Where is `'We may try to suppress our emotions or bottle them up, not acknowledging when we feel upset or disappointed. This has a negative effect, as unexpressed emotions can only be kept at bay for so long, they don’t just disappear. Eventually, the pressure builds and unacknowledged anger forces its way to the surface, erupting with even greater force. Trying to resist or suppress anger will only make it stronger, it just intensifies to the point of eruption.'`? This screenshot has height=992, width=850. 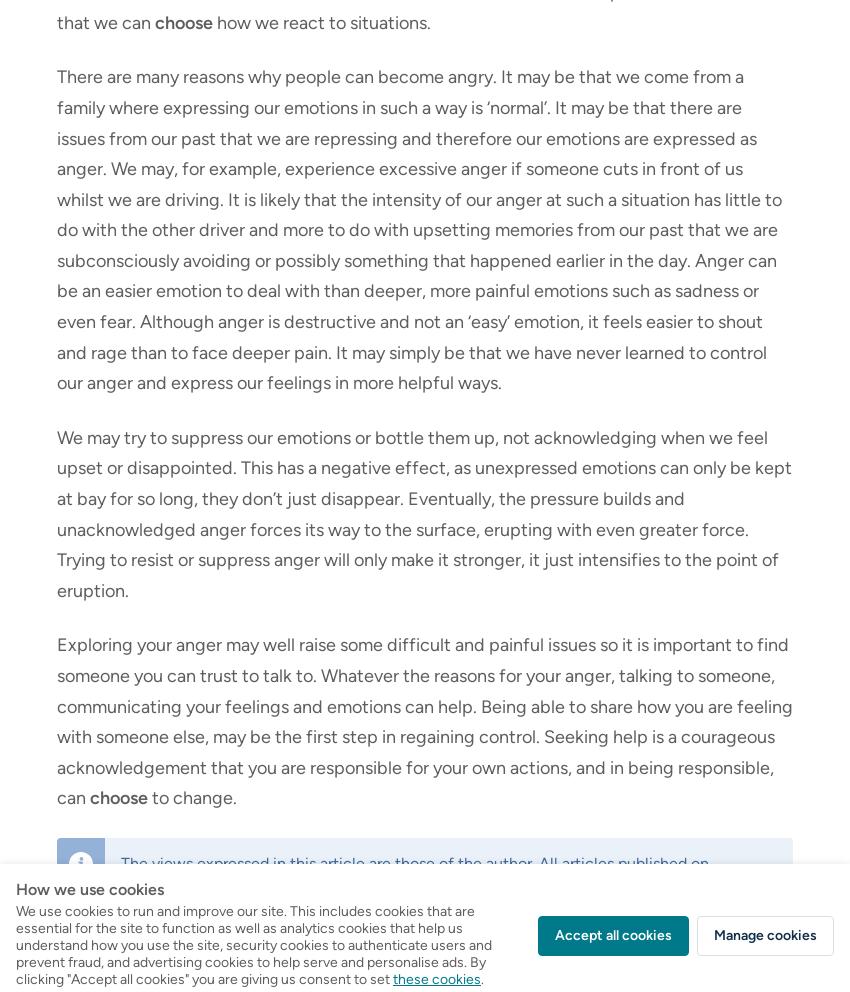 'We may try to suppress our emotions or bottle them up, not acknowledging when we feel upset or disappointed. This has a negative effect, as unexpressed emotions can only be kept at bay for so long, they don’t just disappear. Eventually, the pressure builds and unacknowledged anger forces its way to the surface, erupting with even greater force. Trying to resist or suppress anger will only make it stronger, it just intensifies to the point of eruption.' is located at coordinates (424, 512).